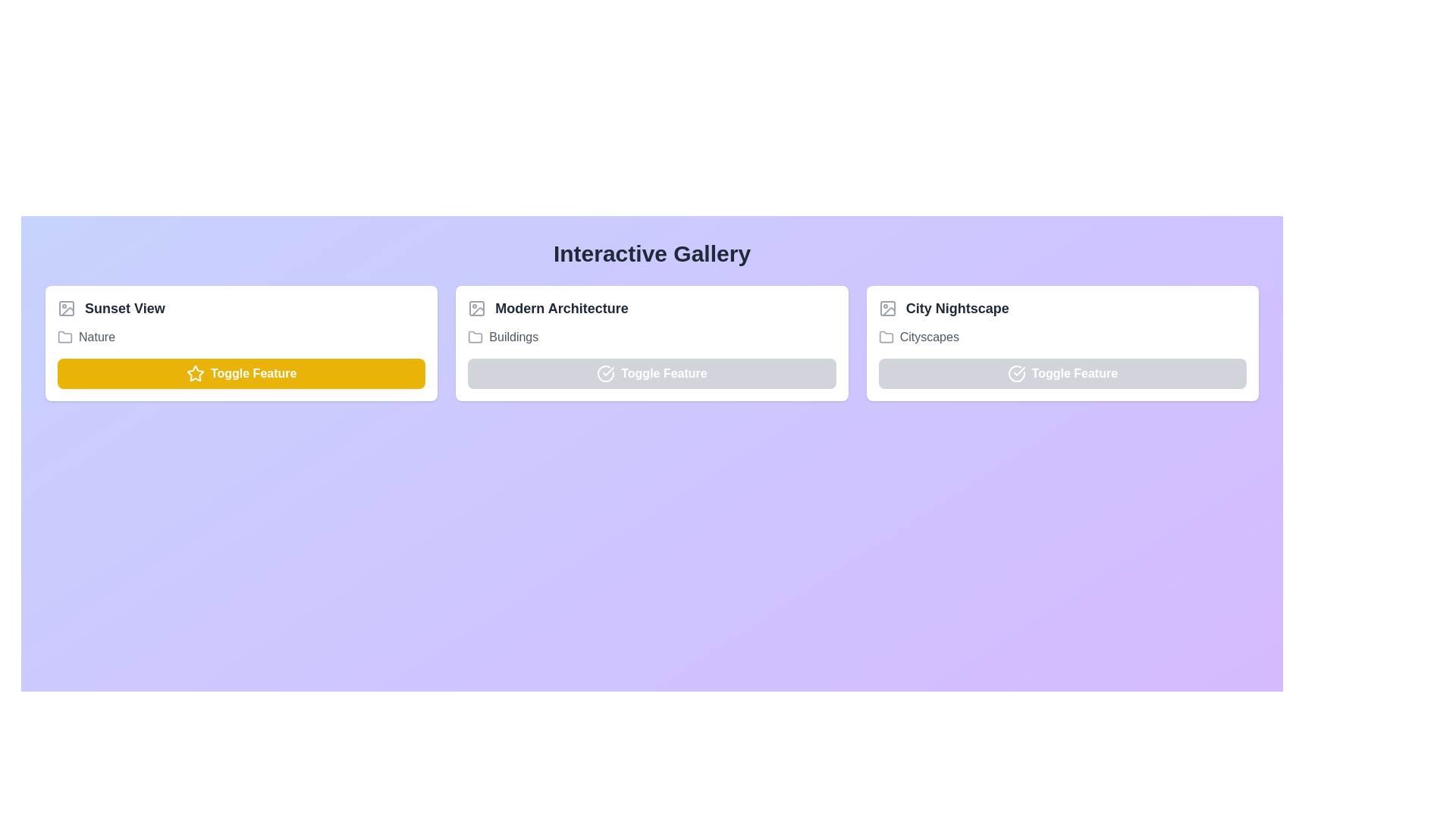 This screenshot has height=819, width=1456. Describe the element at coordinates (1062, 343) in the screenshot. I see `the third card in the grid layout that displays a title and description for 'City Nightscape' to trigger a visual effect` at that location.